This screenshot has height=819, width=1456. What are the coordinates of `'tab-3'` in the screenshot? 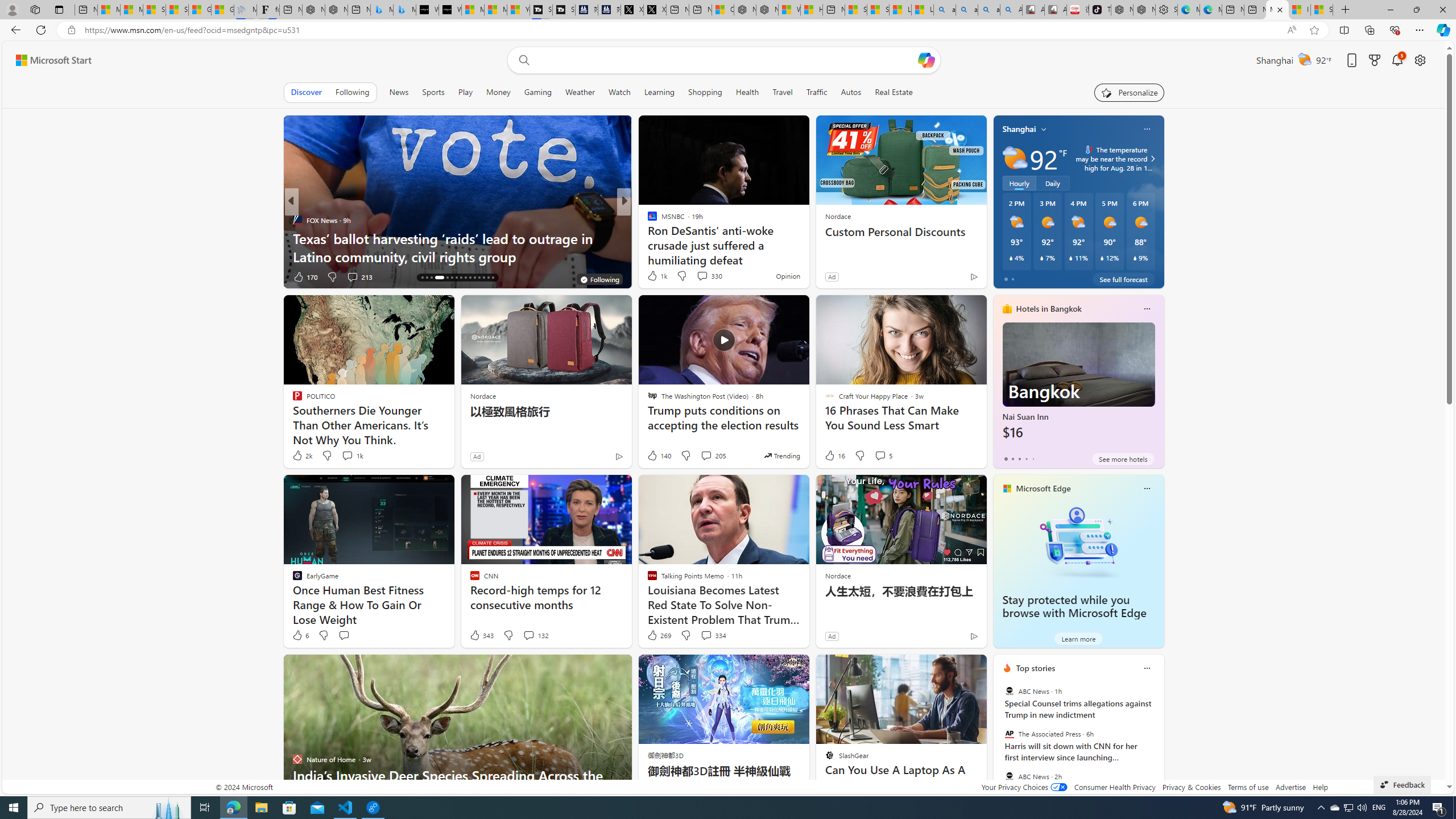 It's located at (1025, 459).